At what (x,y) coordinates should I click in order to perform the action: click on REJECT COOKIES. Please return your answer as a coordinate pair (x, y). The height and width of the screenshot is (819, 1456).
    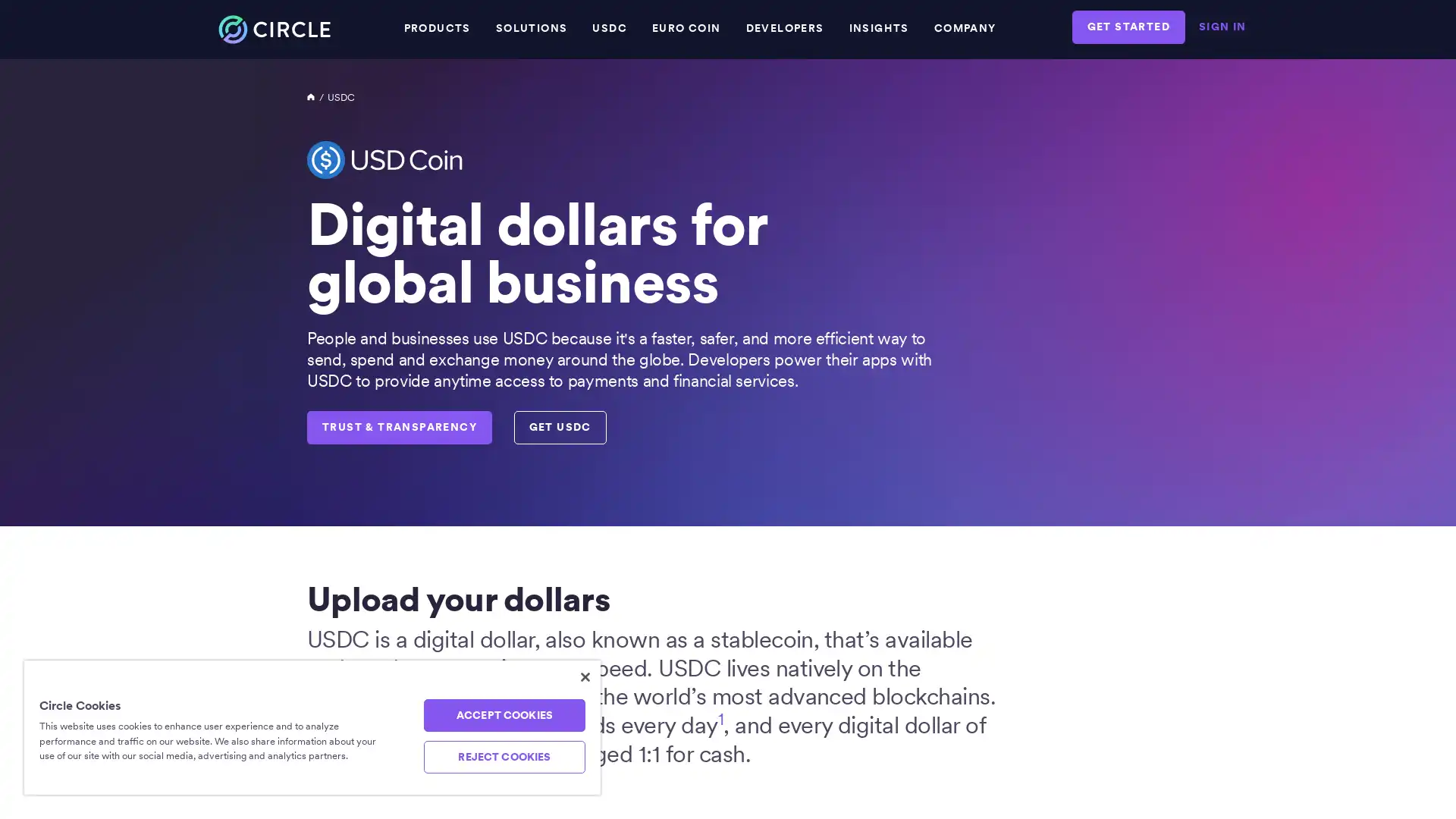
    Looking at the image, I should click on (504, 757).